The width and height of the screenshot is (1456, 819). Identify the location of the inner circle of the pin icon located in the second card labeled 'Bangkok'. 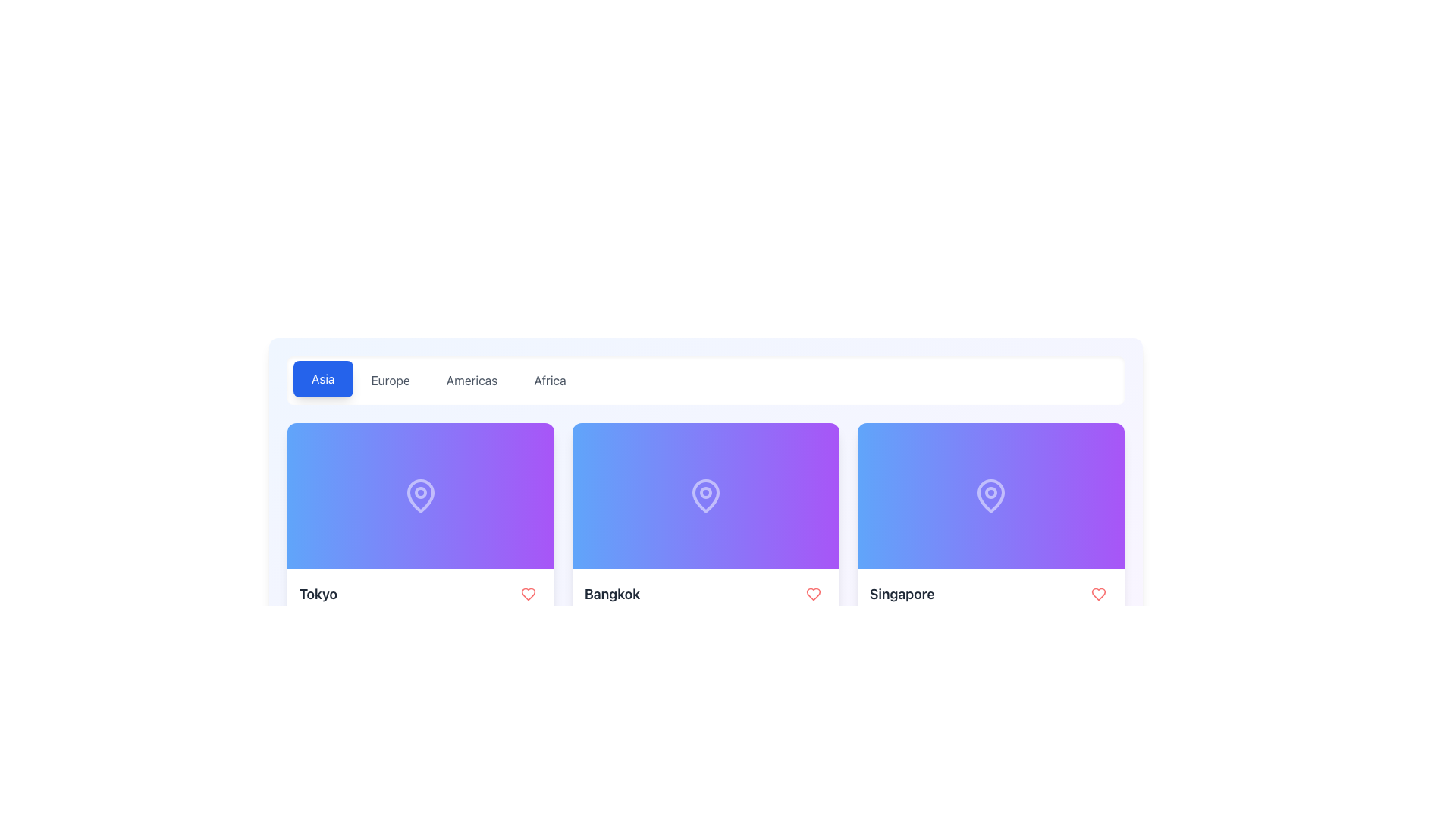
(705, 493).